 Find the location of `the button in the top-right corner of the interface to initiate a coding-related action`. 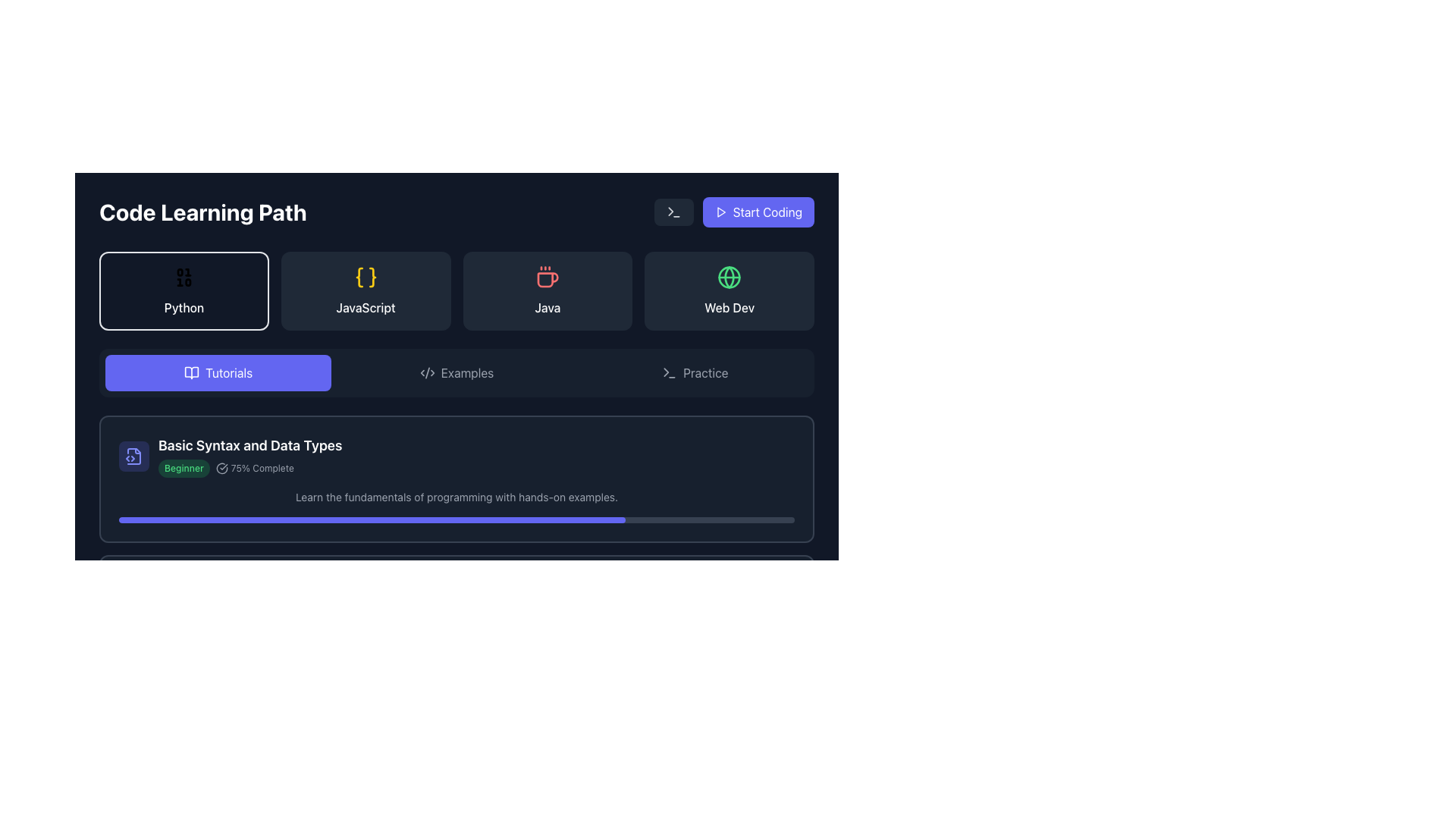

the button in the top-right corner of the interface to initiate a coding-related action is located at coordinates (758, 212).